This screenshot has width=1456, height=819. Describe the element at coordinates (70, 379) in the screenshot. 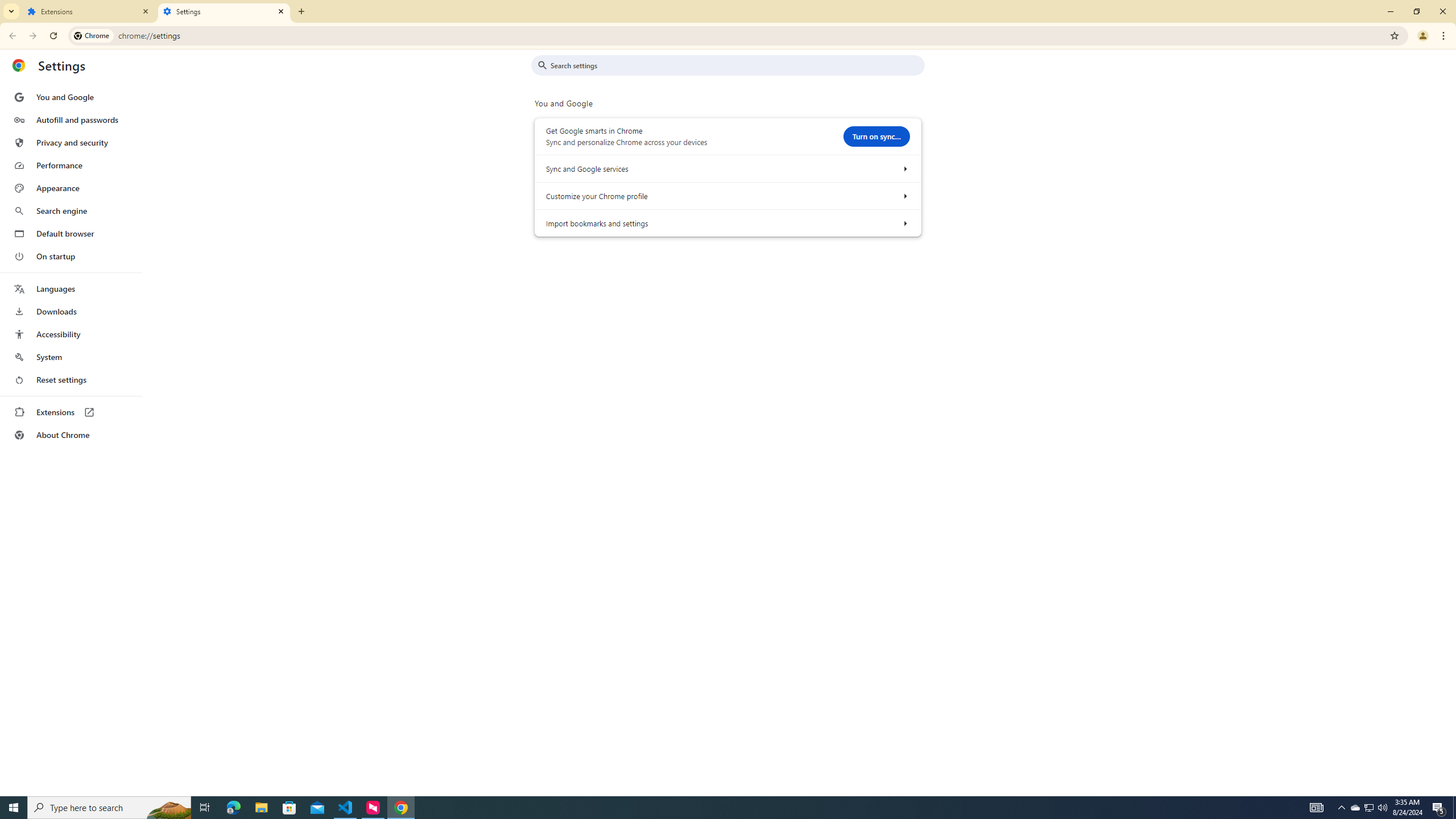

I see `'Reset settings'` at that location.